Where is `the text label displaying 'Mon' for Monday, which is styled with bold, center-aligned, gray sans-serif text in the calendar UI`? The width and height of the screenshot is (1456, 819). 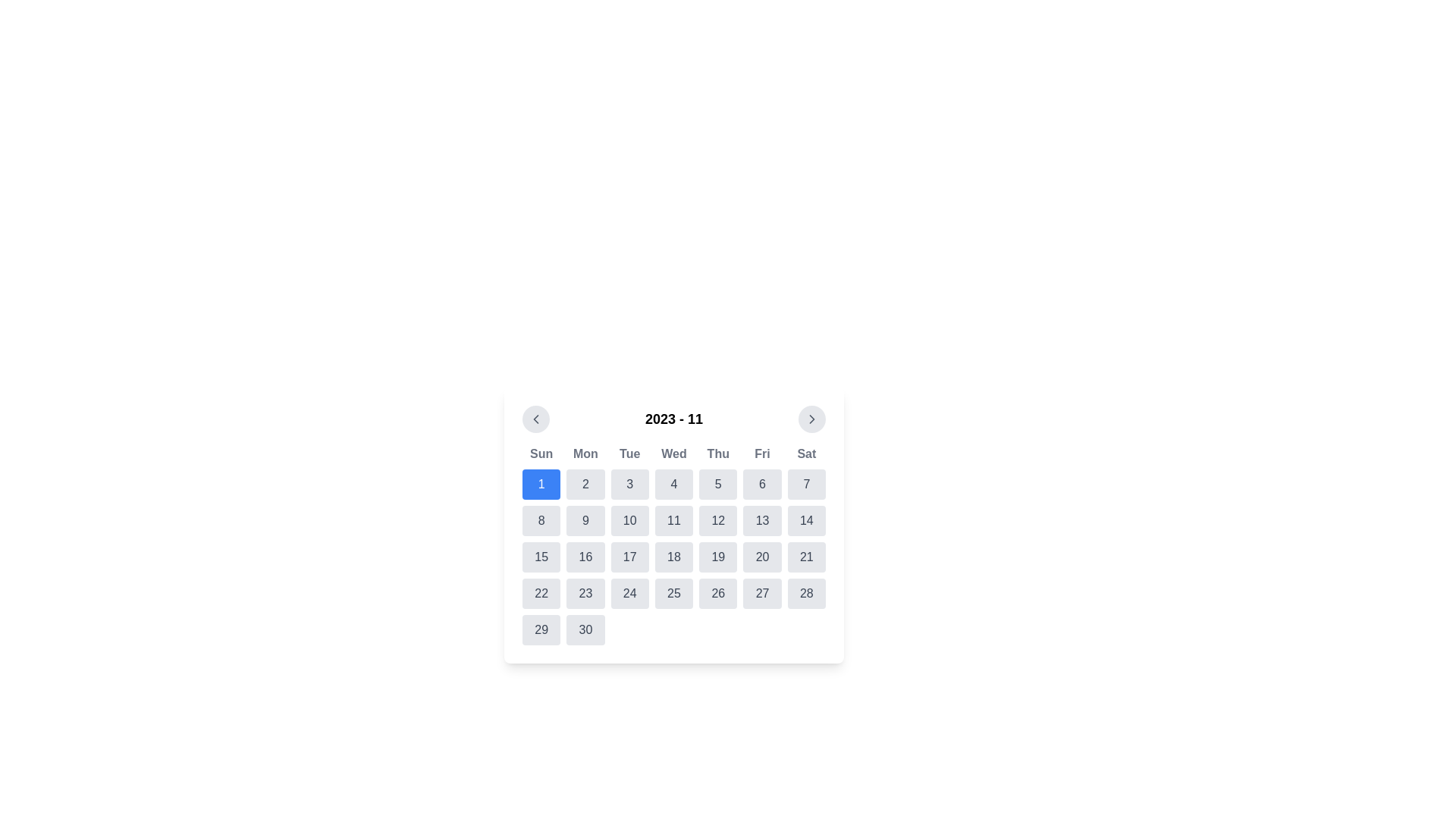
the text label displaying 'Mon' for Monday, which is styled with bold, center-aligned, gray sans-serif text in the calendar UI is located at coordinates (585, 453).